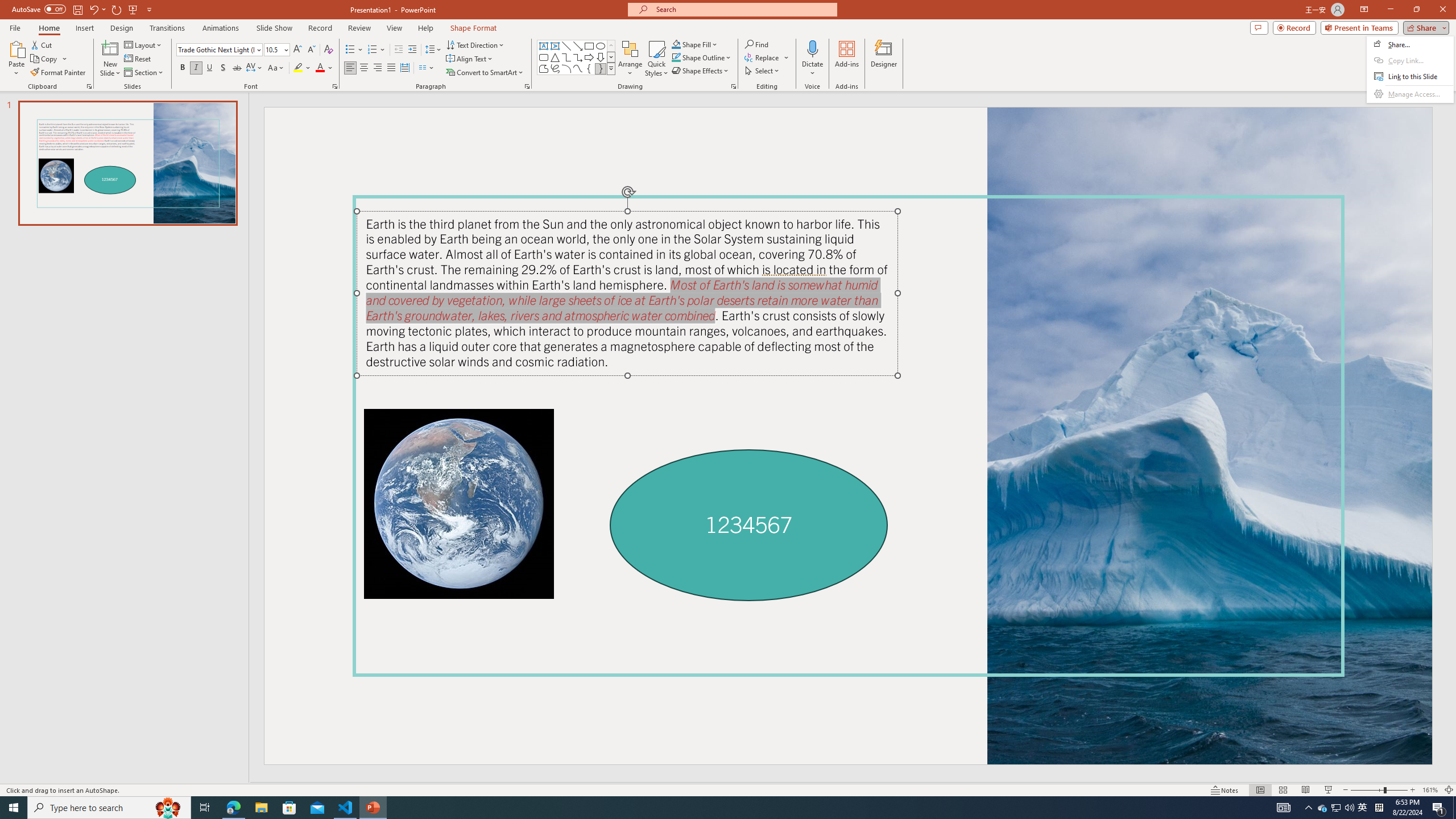 This screenshot has height=819, width=1456. What do you see at coordinates (676, 56) in the screenshot?
I see `'Shape Outline Teal, Accent 1'` at bounding box center [676, 56].